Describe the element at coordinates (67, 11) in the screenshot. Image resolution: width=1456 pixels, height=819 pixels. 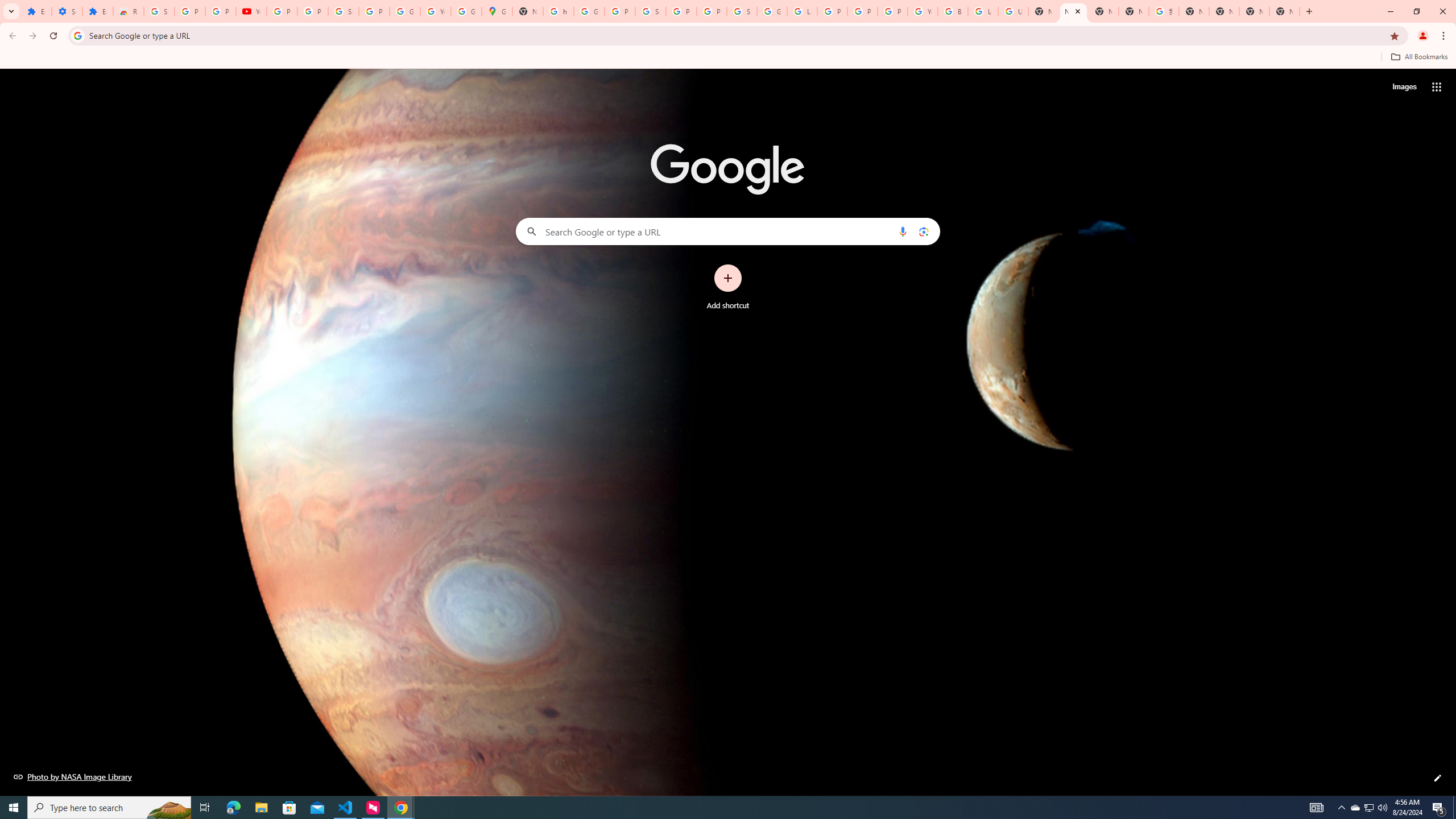
I see `'Settings'` at that location.